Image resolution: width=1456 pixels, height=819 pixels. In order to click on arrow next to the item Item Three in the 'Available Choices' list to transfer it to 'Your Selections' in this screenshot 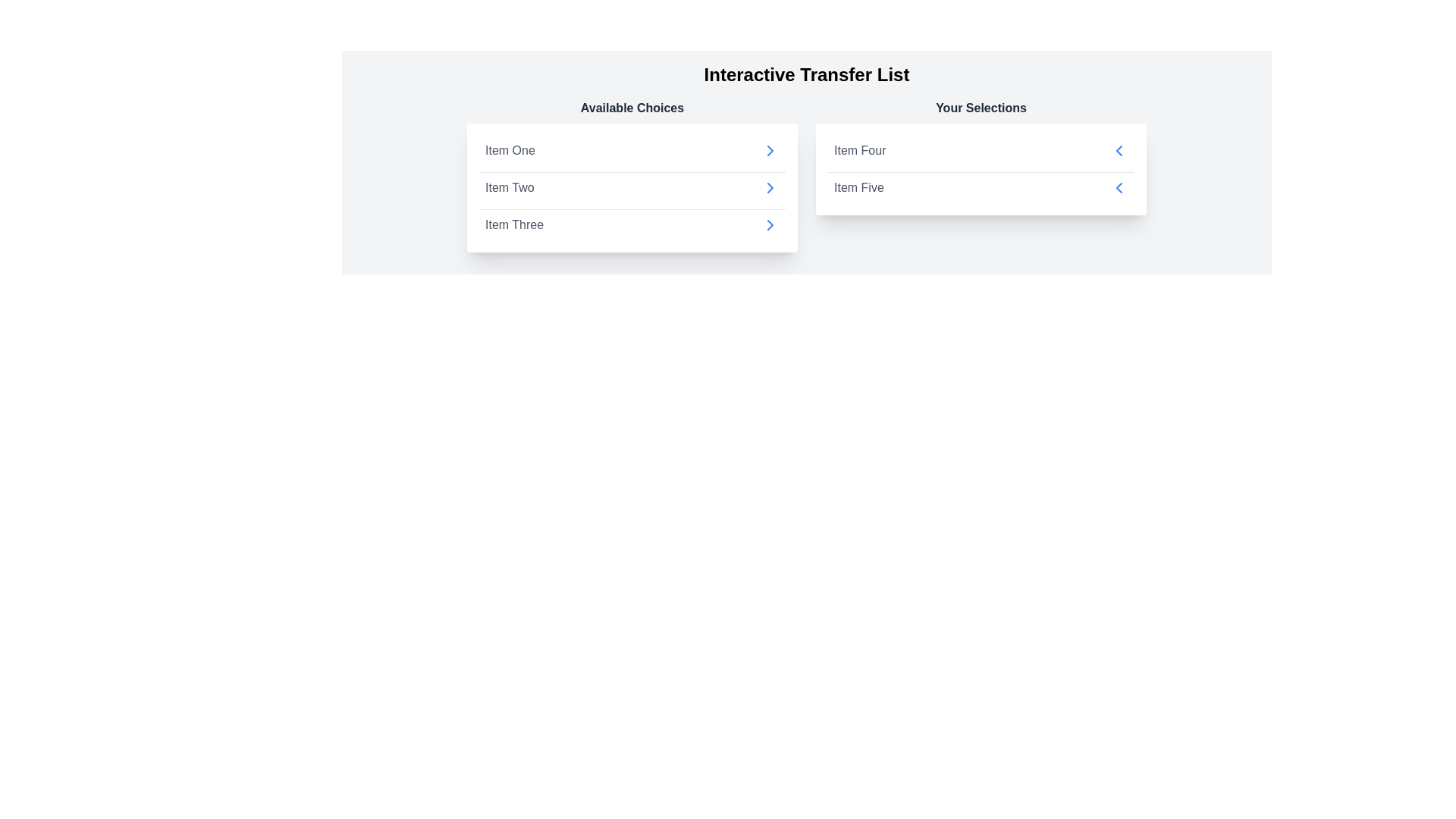, I will do `click(770, 225)`.